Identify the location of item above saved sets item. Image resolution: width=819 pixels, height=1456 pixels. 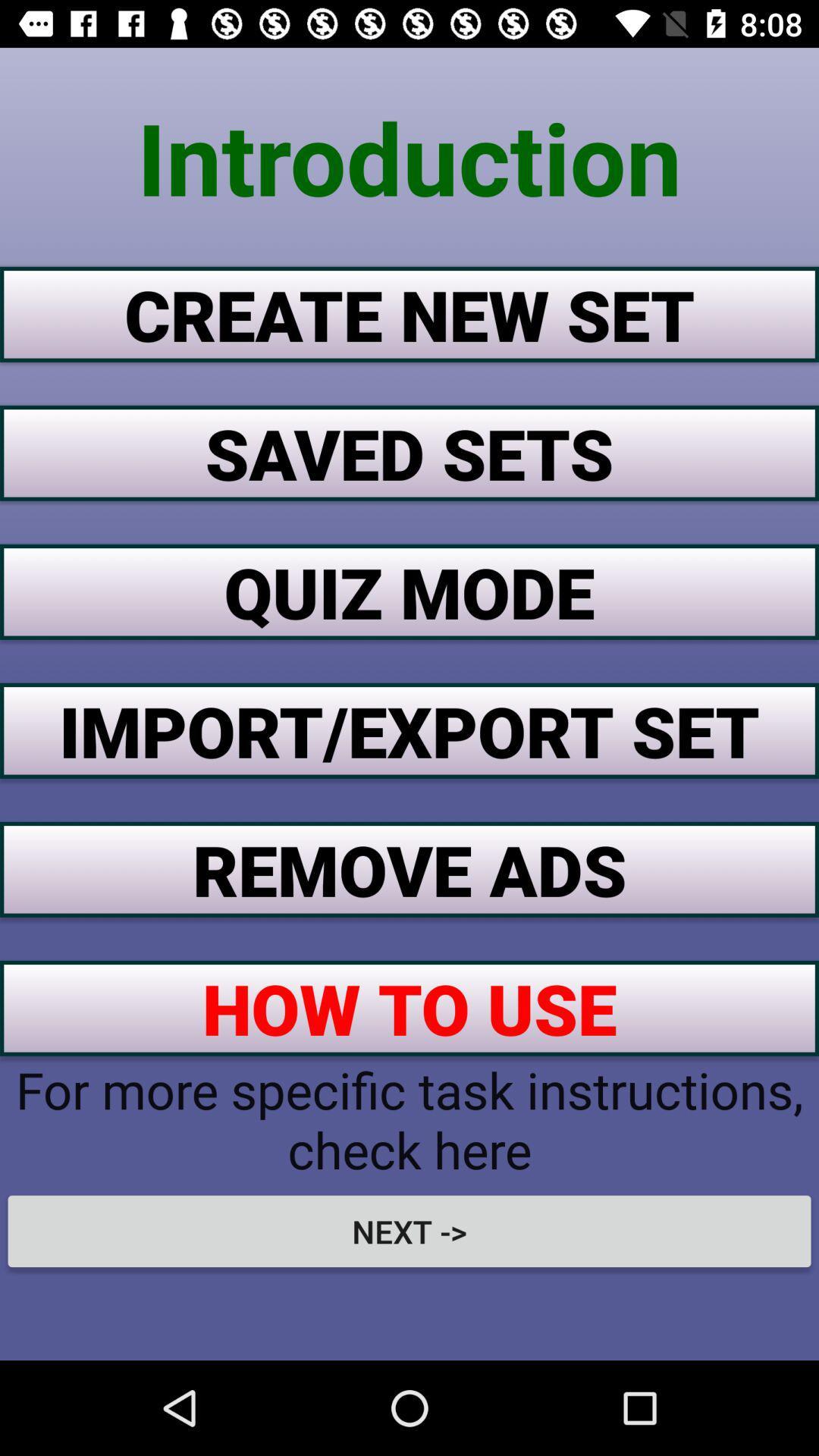
(409, 313).